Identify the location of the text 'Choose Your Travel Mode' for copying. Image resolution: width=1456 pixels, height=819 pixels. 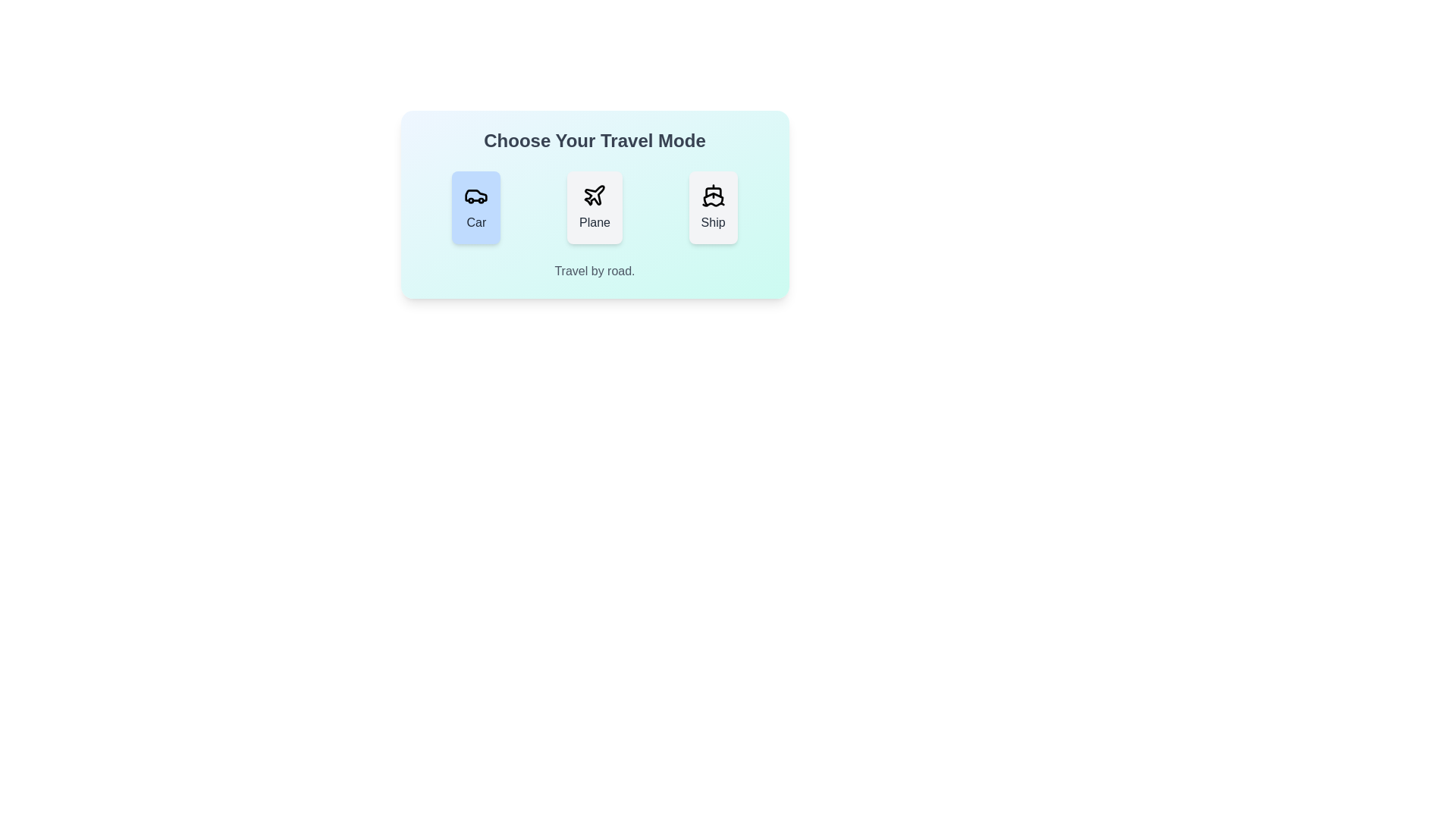
(594, 140).